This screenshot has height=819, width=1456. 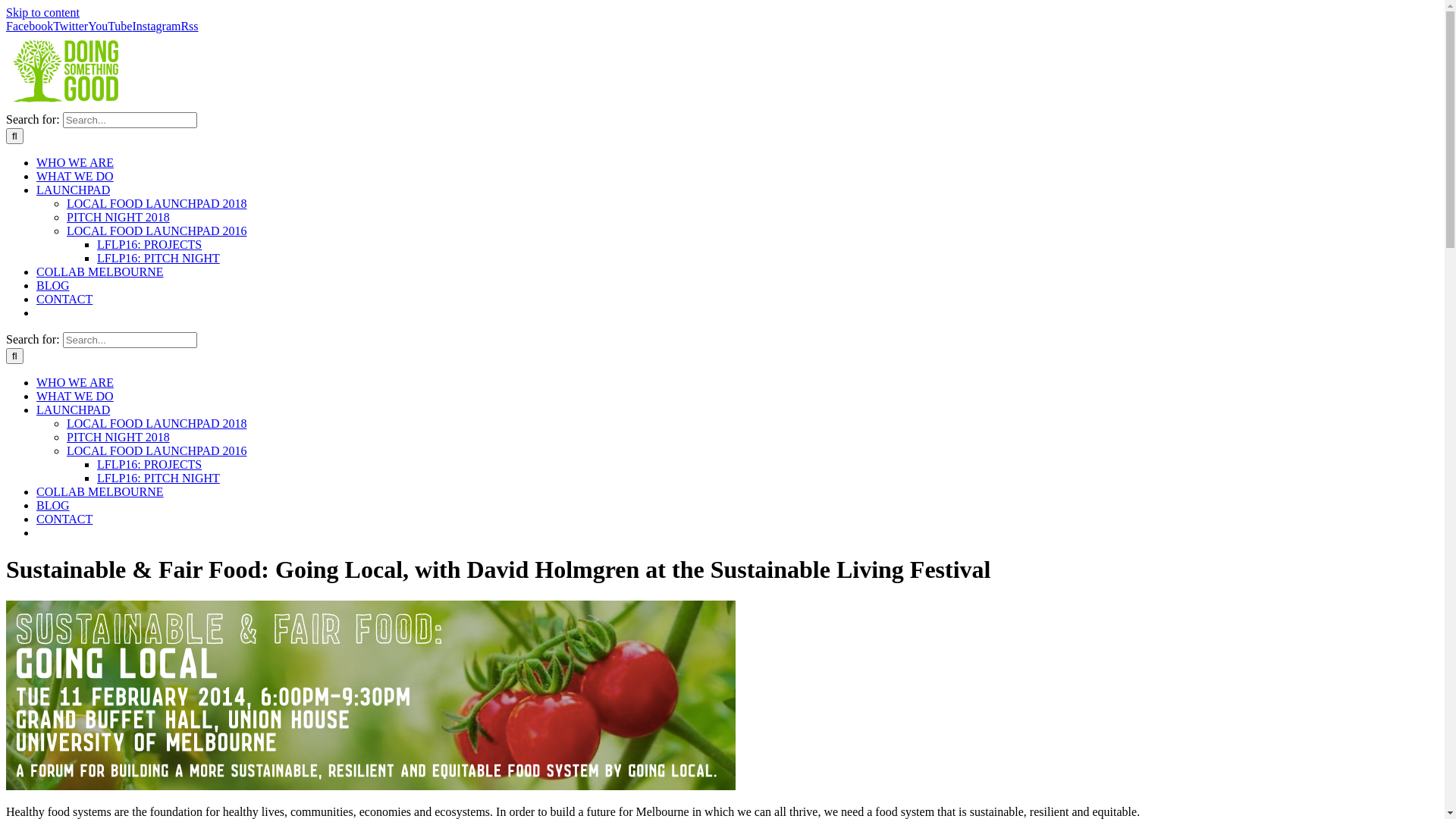 I want to click on 'LFLP16: PITCH NIGHT', so click(x=158, y=478).